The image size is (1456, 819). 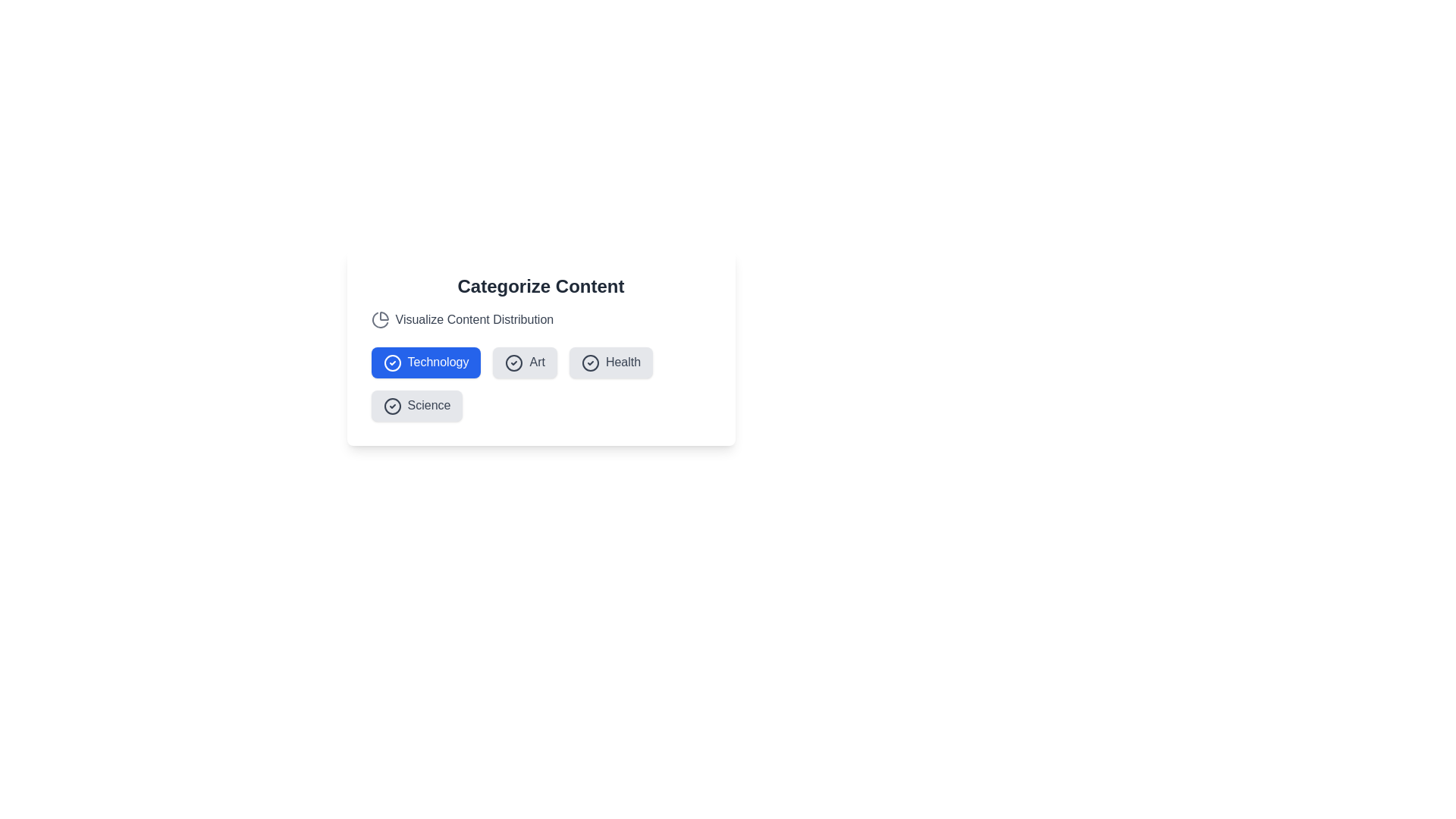 What do you see at coordinates (525, 362) in the screenshot?
I see `the Art button to view its hover effect` at bounding box center [525, 362].